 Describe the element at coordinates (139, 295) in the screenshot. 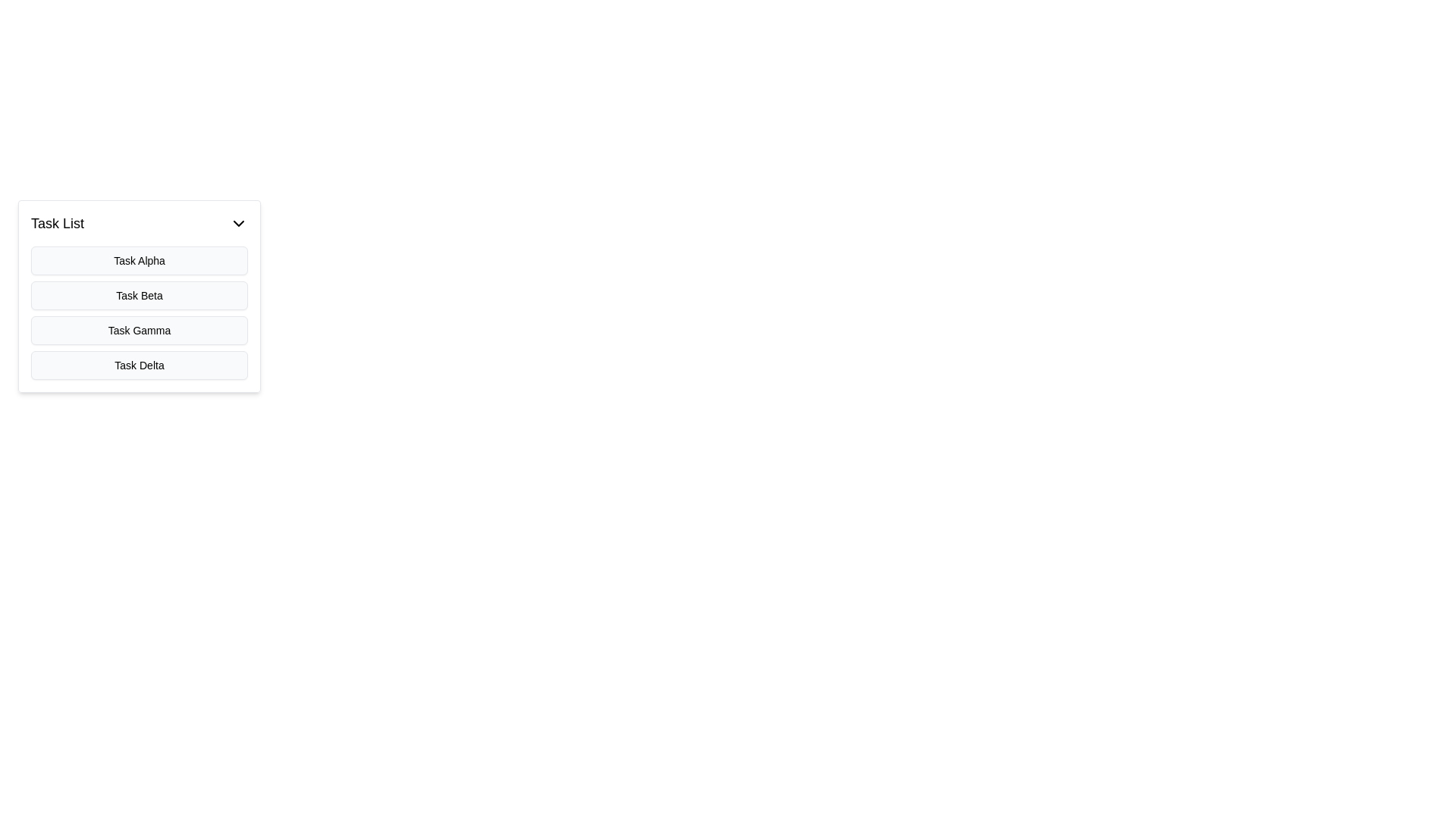

I see `the selectable button labeled 'Task Beta' in the dropdown menu 'Task List' to trigger the hover effect` at that location.